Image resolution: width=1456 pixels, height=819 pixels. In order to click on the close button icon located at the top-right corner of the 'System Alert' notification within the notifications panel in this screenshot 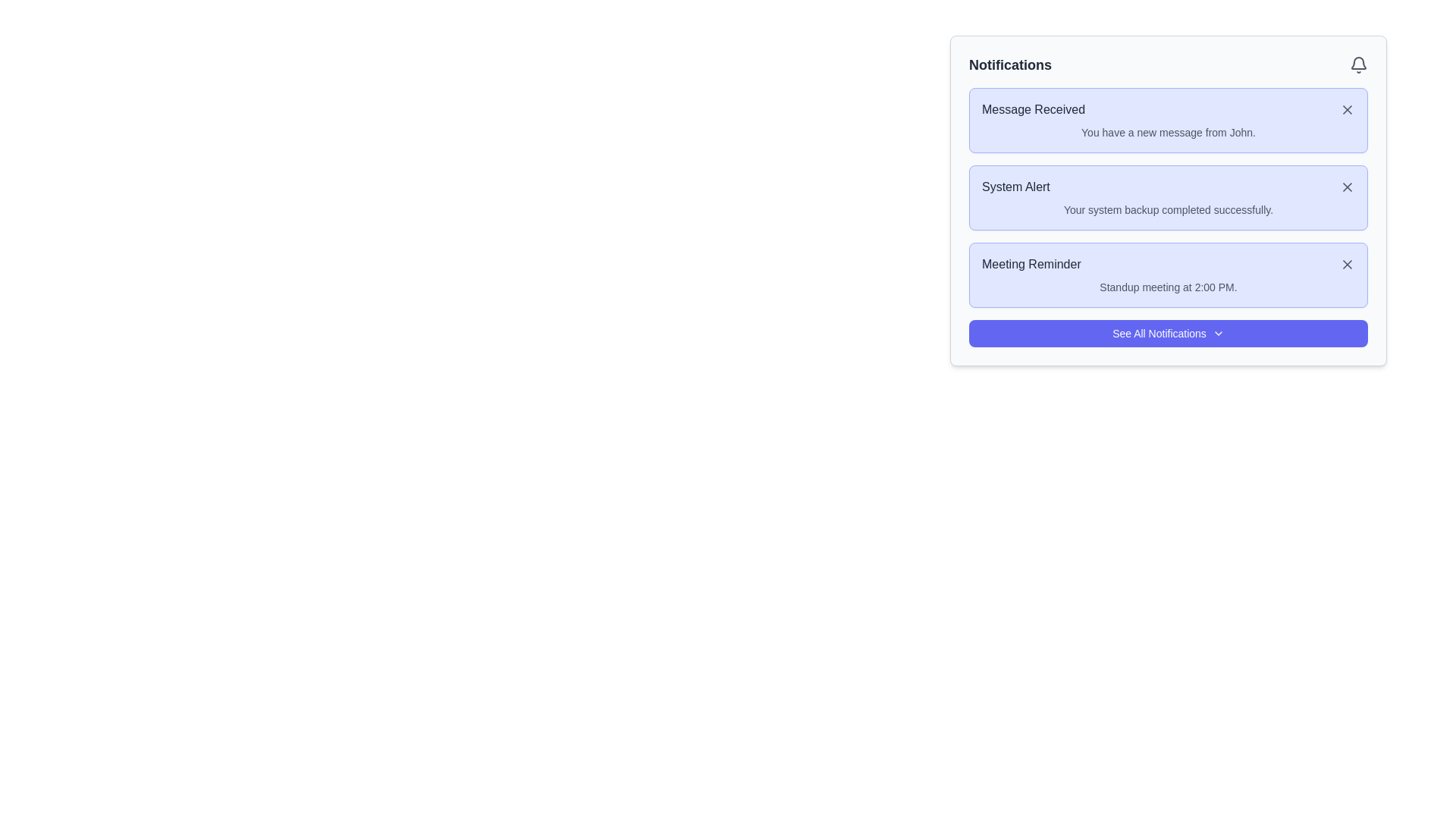, I will do `click(1347, 186)`.